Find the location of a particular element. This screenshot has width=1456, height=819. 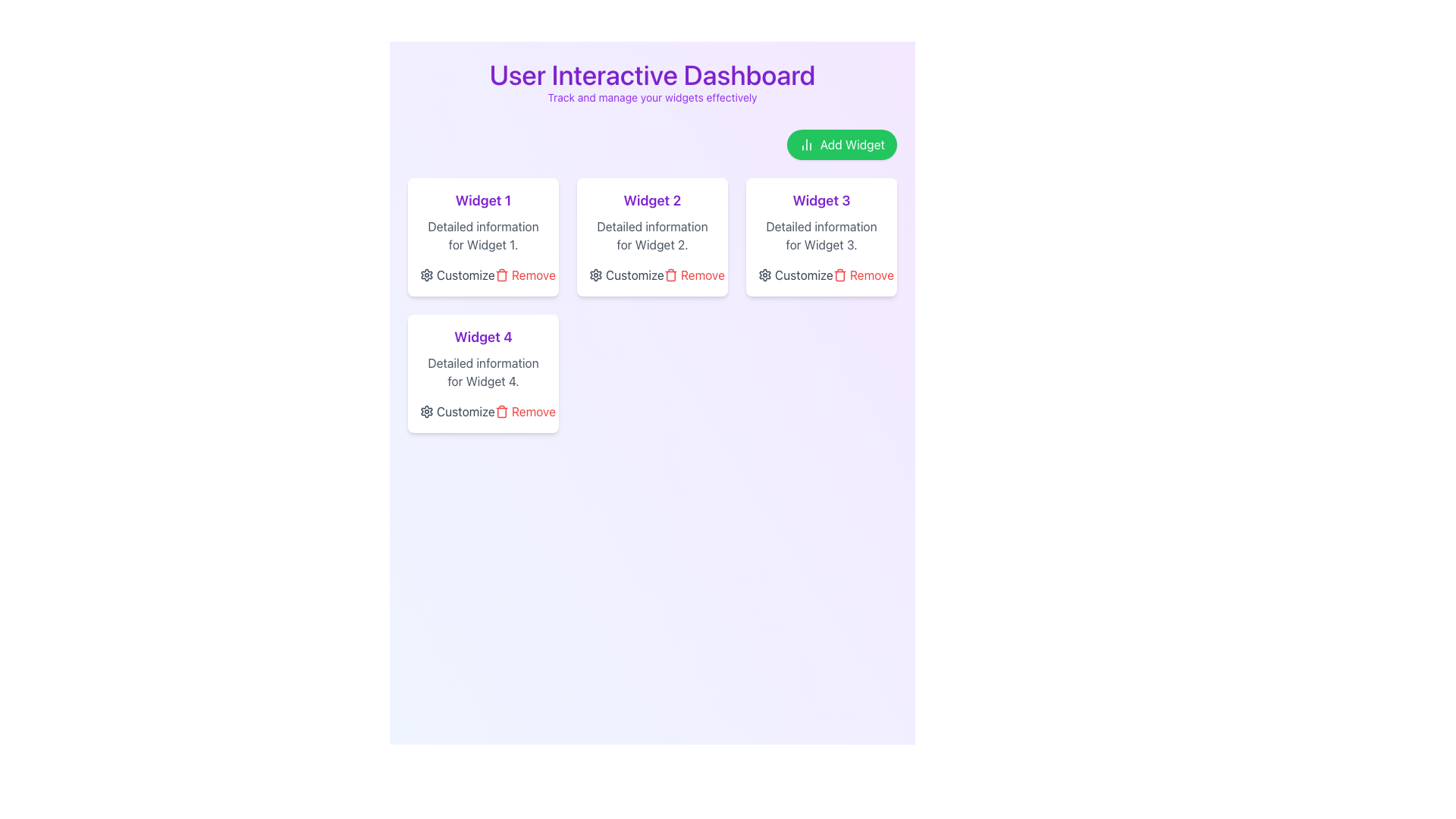

the settings icon located to the left of the 'Customize' text label in the button cluster is located at coordinates (595, 275).